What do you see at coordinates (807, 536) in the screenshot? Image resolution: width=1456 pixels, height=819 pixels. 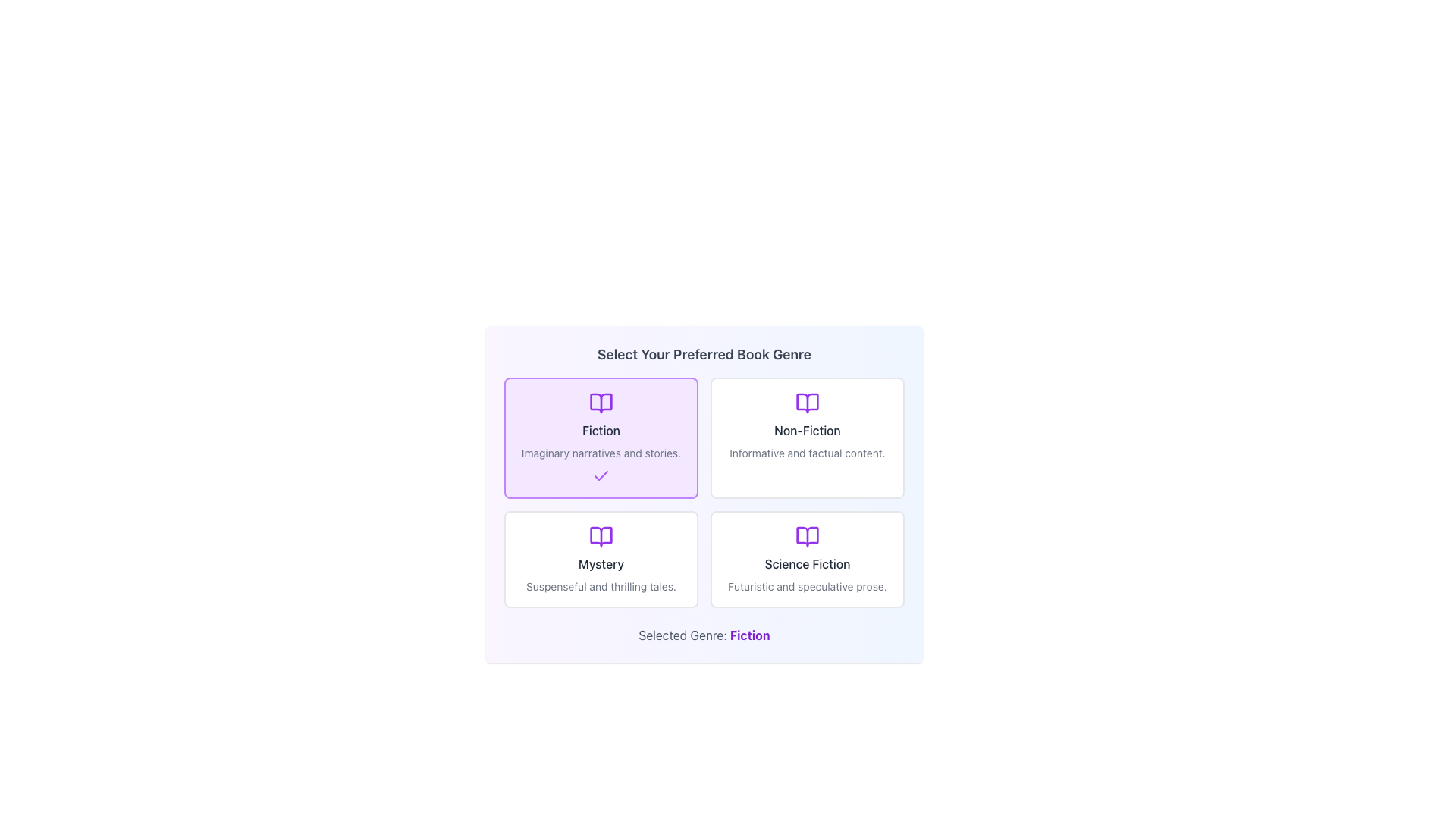 I see `the Science Fiction genre icon located at the upper section of the Science Fiction card, positioned directly above the text 'Science Fiction' and 'Futuristic and speculative prose.'` at bounding box center [807, 536].